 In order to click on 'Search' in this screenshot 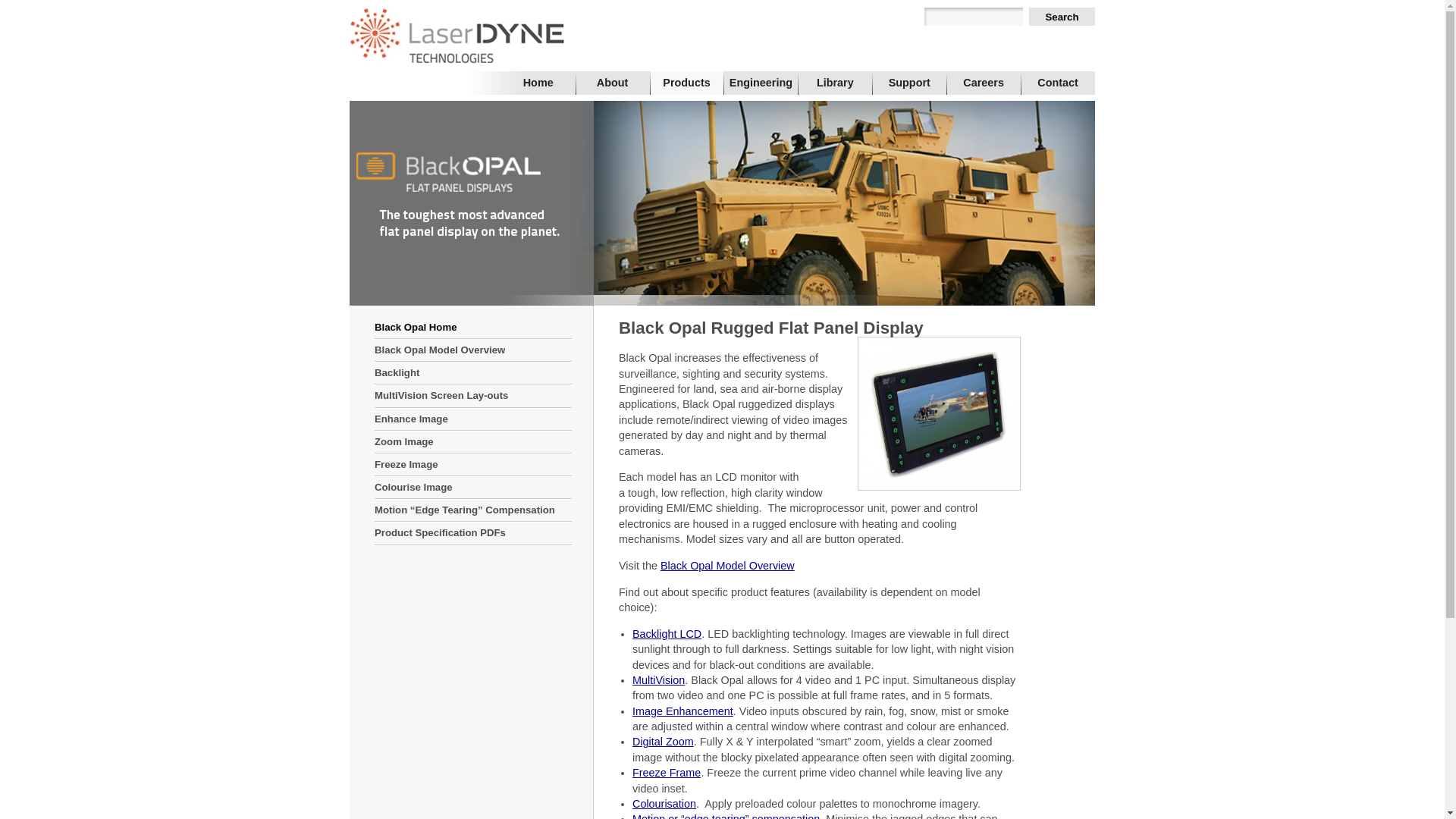, I will do `click(1061, 17)`.